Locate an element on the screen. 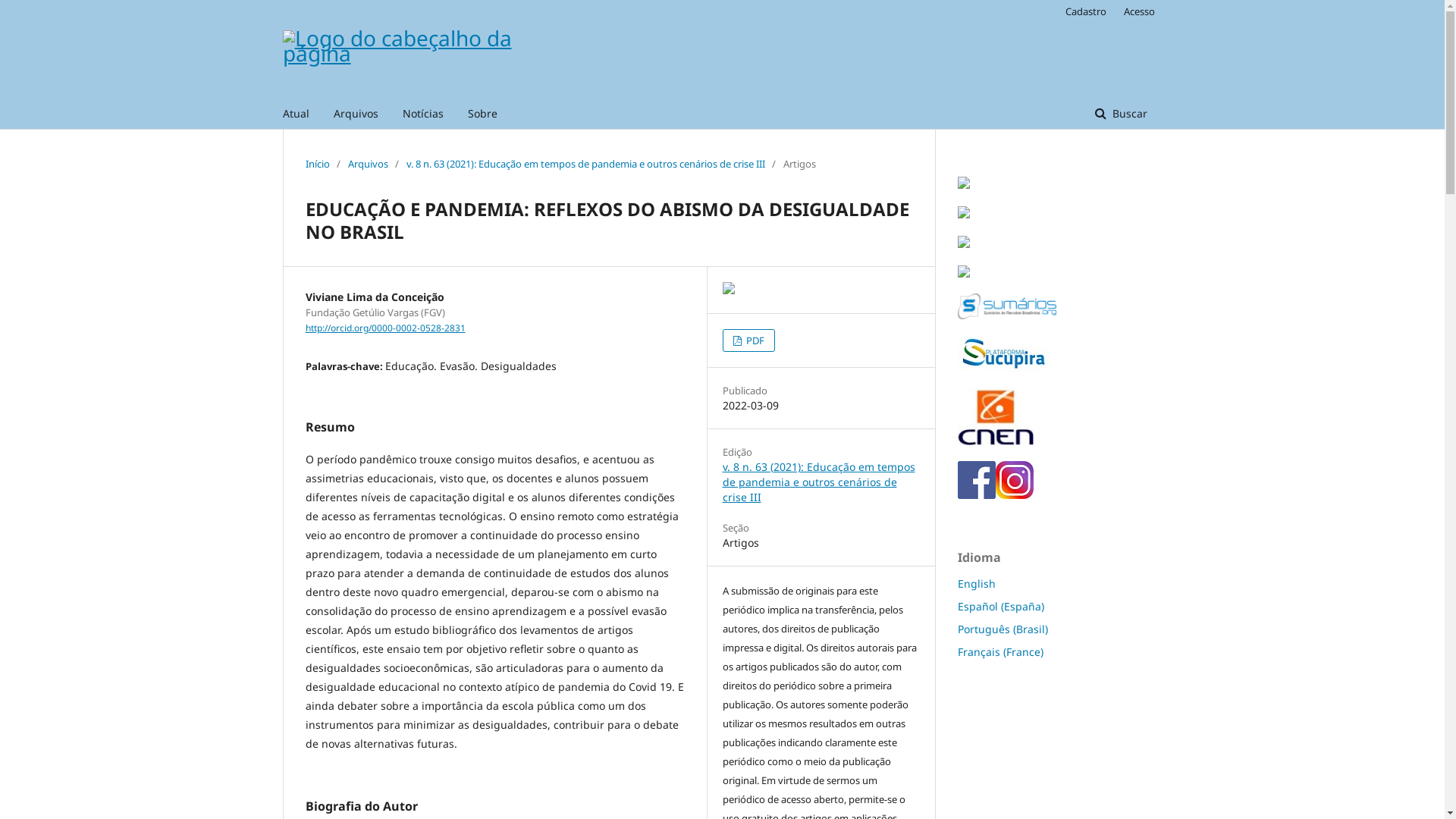 This screenshot has height=819, width=1456. 'Cadastro' is located at coordinates (1056, 11).